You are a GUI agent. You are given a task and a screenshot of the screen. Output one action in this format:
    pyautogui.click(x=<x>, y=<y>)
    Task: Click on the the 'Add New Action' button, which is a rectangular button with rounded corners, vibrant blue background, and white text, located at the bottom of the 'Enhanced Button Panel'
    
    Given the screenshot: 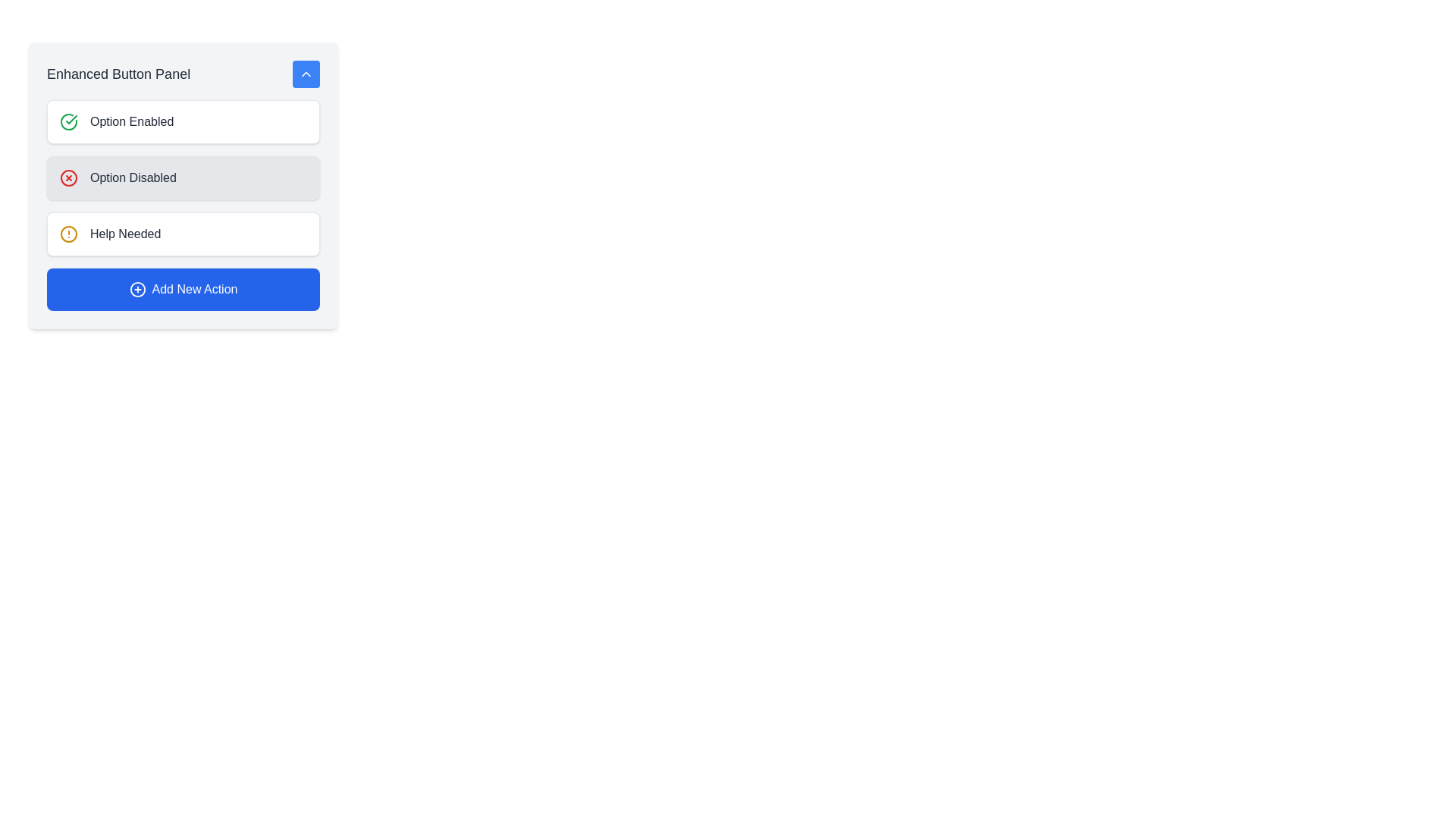 What is the action you would take?
    pyautogui.click(x=182, y=289)
    